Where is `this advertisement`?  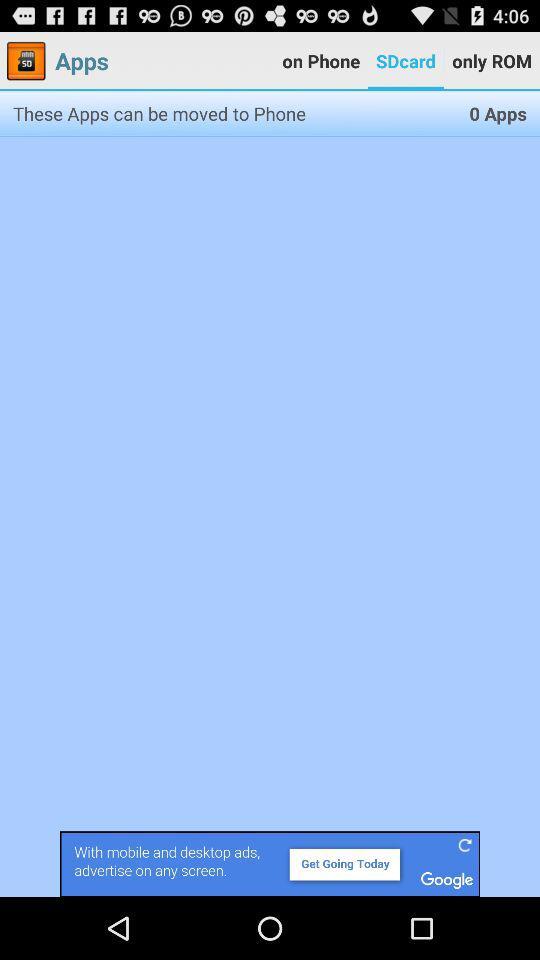 this advertisement is located at coordinates (270, 863).